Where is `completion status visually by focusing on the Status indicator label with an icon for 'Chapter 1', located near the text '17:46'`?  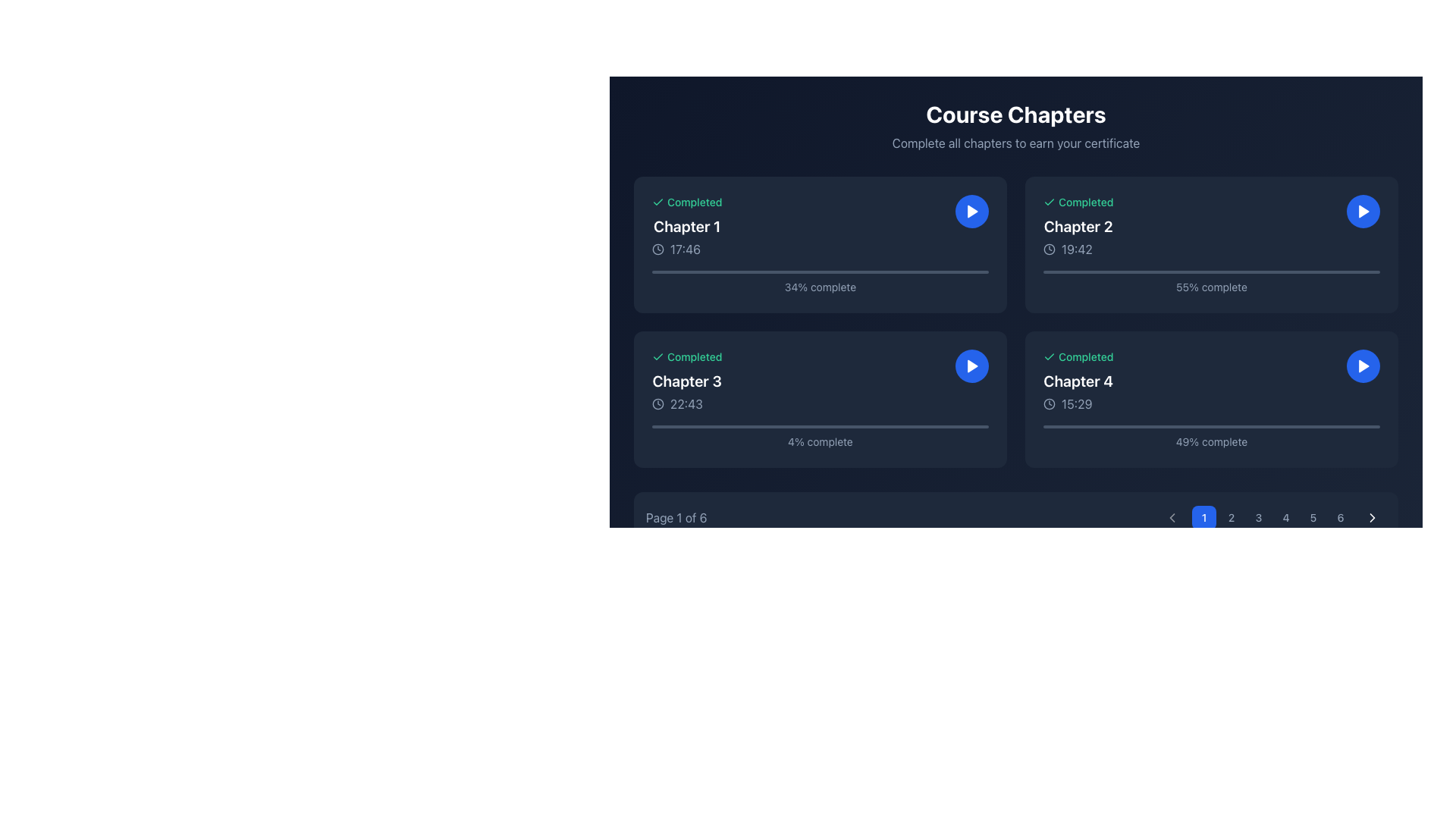 completion status visually by focusing on the Status indicator label with an icon for 'Chapter 1', located near the text '17:46' is located at coordinates (686, 201).